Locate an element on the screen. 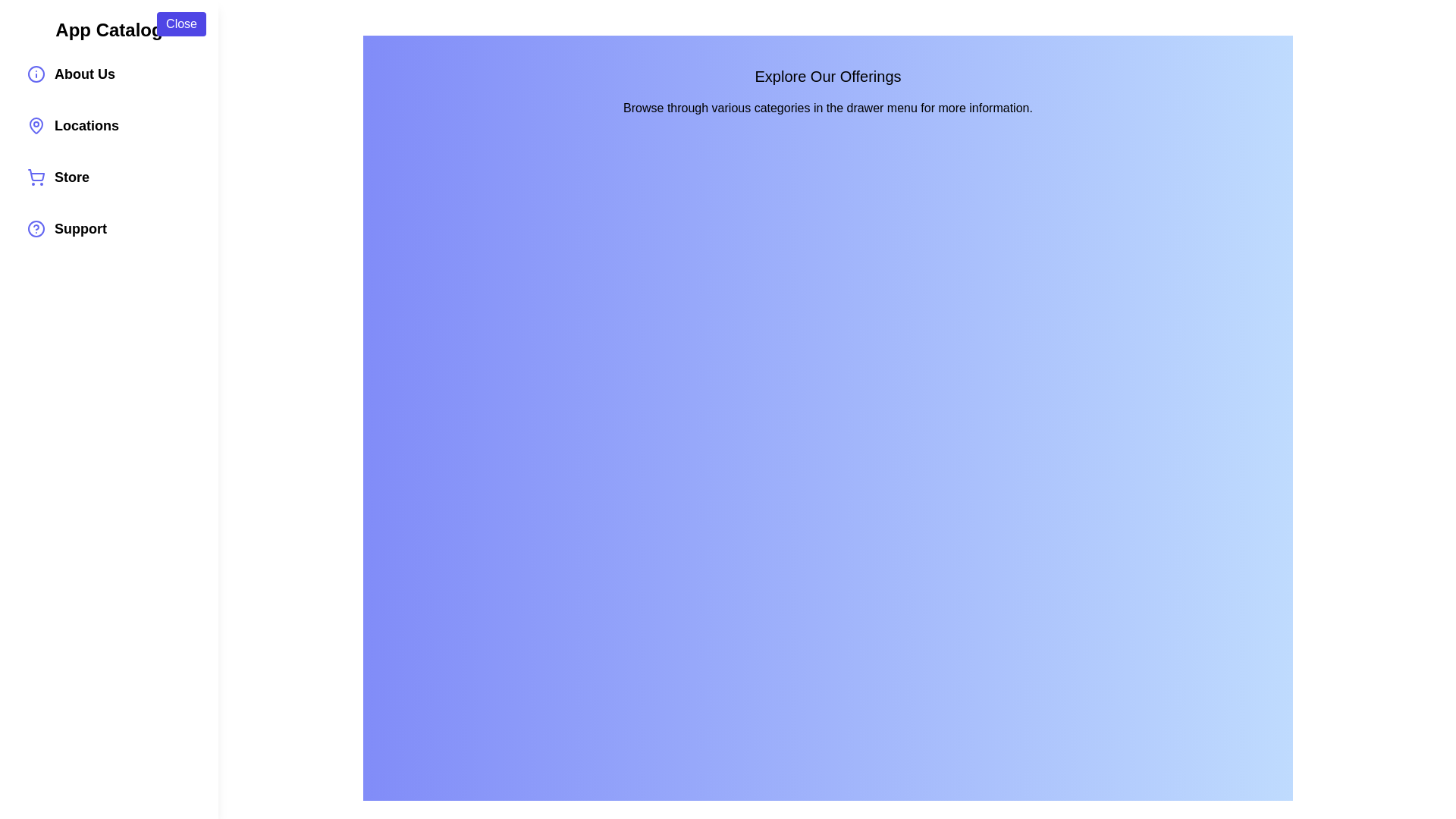 The width and height of the screenshot is (1456, 819). the category item Store to see its hover effect is located at coordinates (108, 177).